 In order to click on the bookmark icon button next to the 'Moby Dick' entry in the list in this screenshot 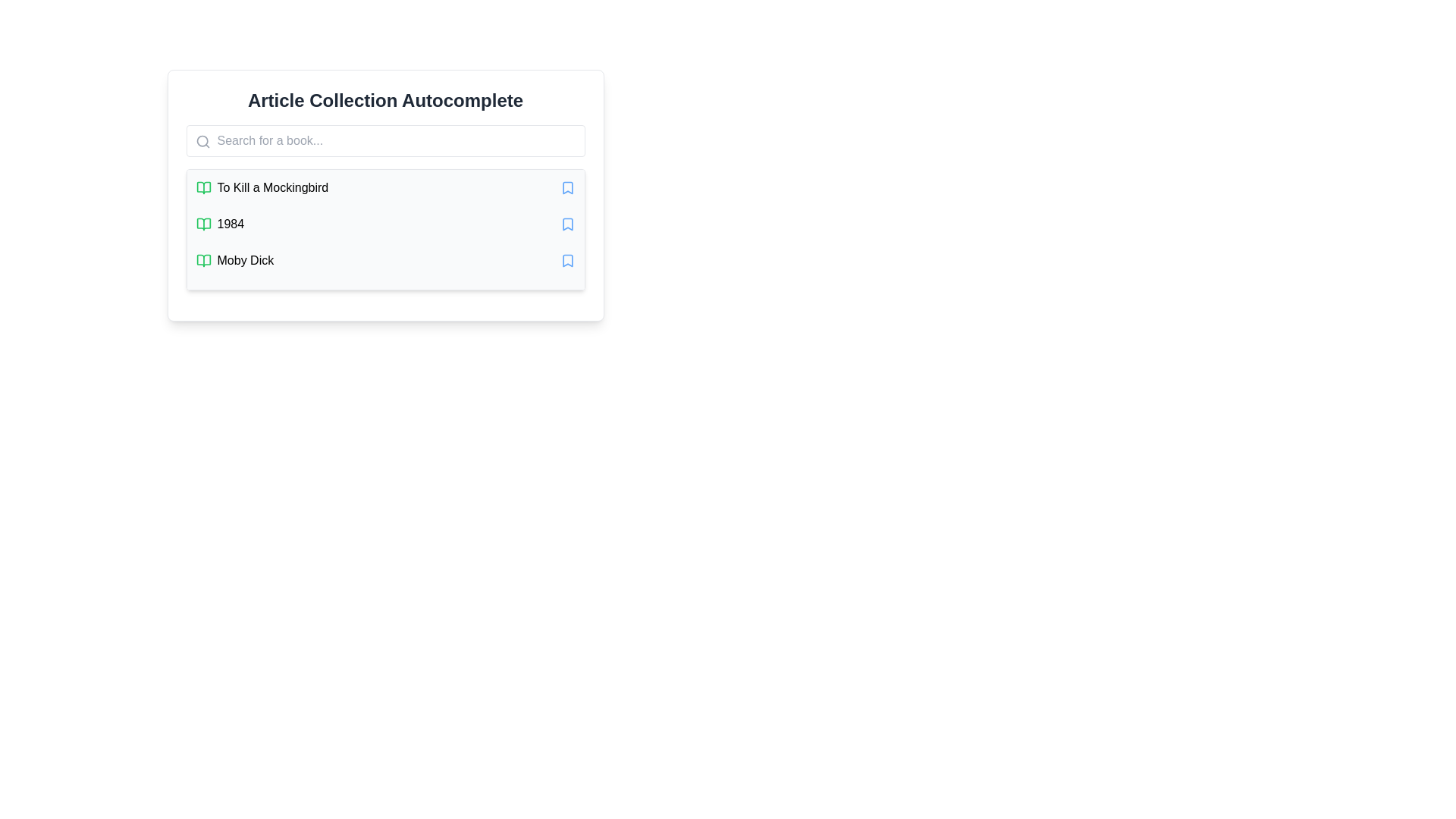, I will do `click(566, 259)`.